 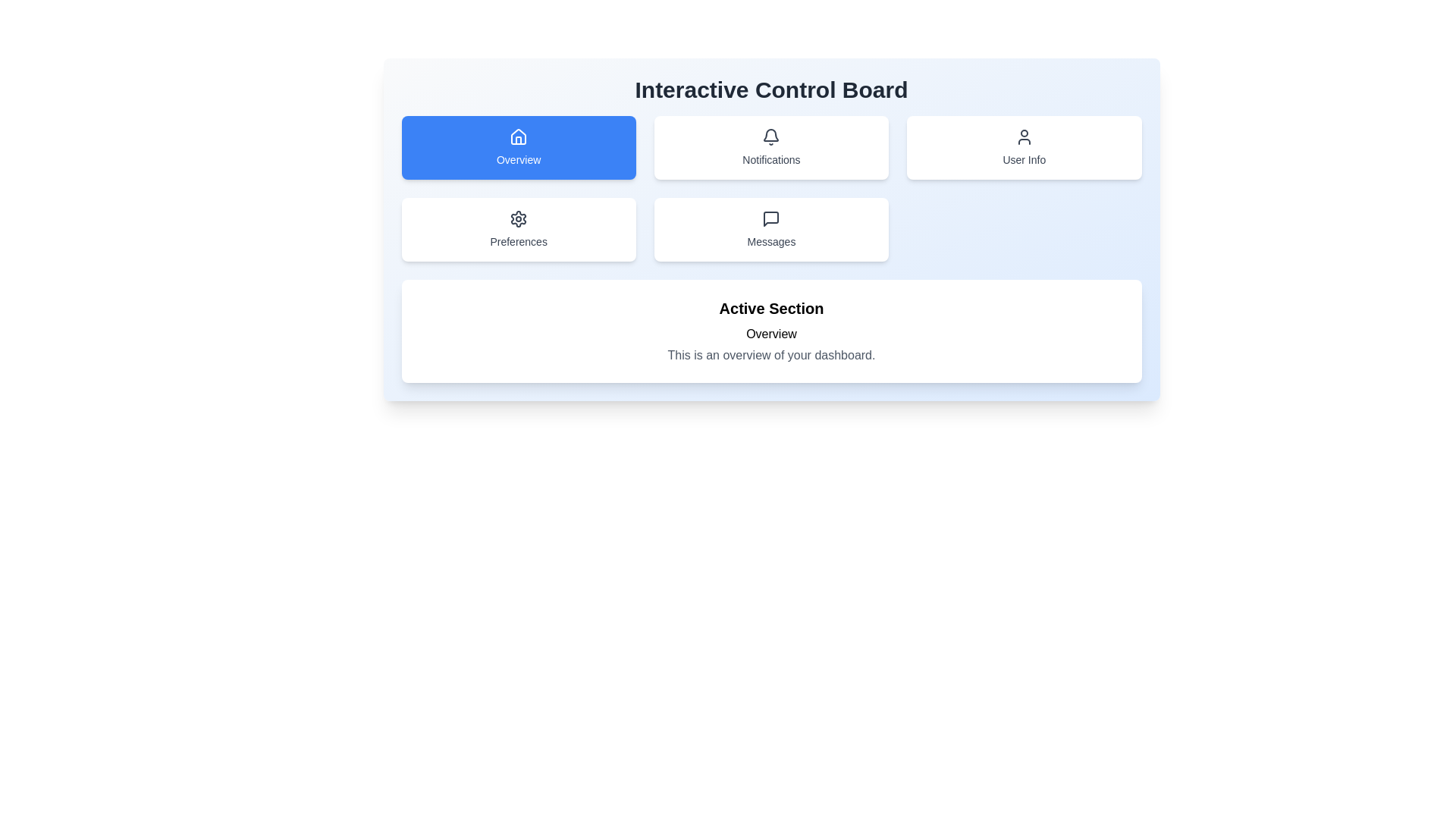 What do you see at coordinates (519, 148) in the screenshot?
I see `the blue rectangular button labeled 'Overview' with a house icon` at bounding box center [519, 148].